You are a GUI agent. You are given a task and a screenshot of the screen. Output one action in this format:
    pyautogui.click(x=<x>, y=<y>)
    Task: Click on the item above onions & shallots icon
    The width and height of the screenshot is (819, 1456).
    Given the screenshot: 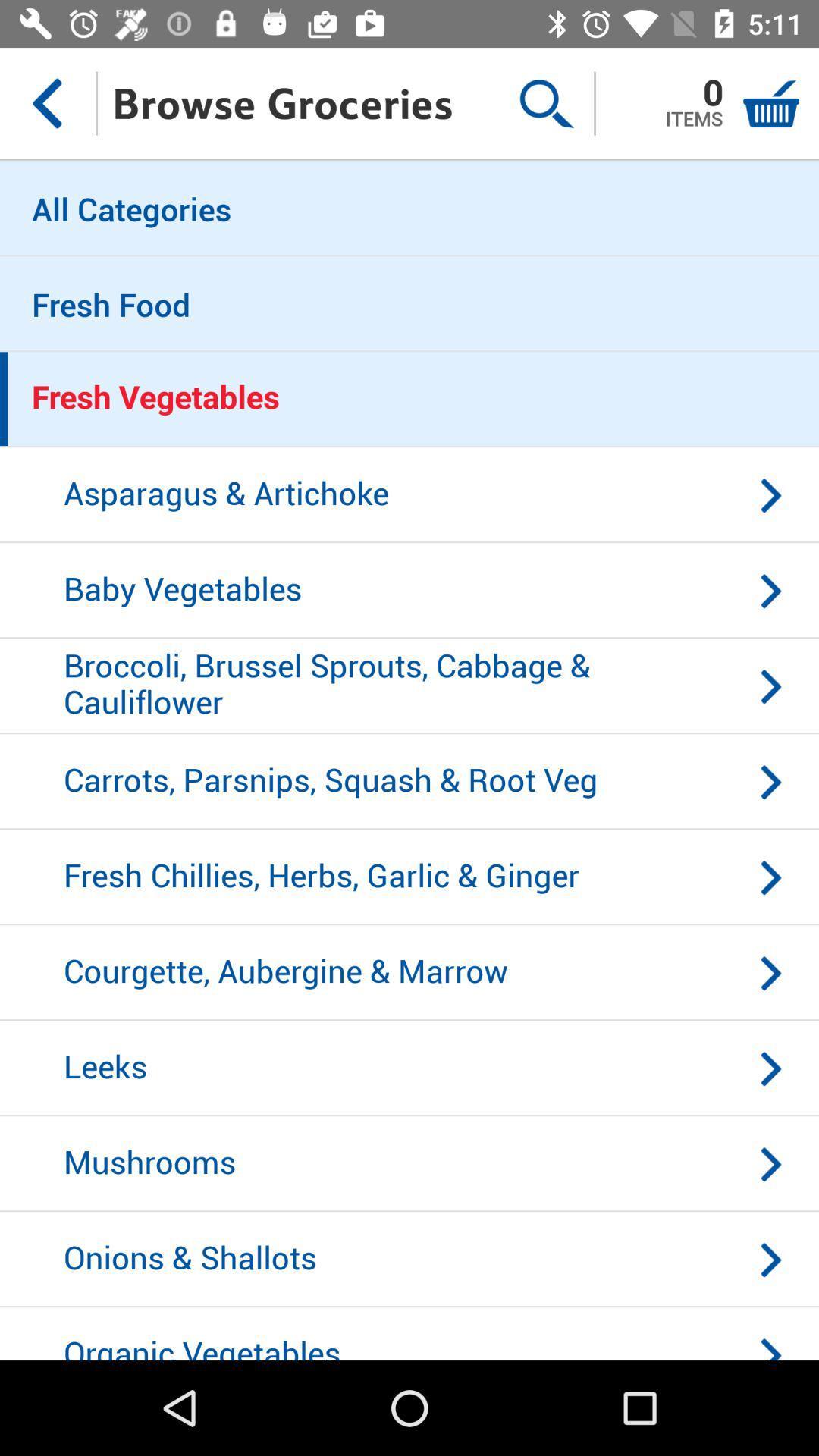 What is the action you would take?
    pyautogui.click(x=409, y=1163)
    